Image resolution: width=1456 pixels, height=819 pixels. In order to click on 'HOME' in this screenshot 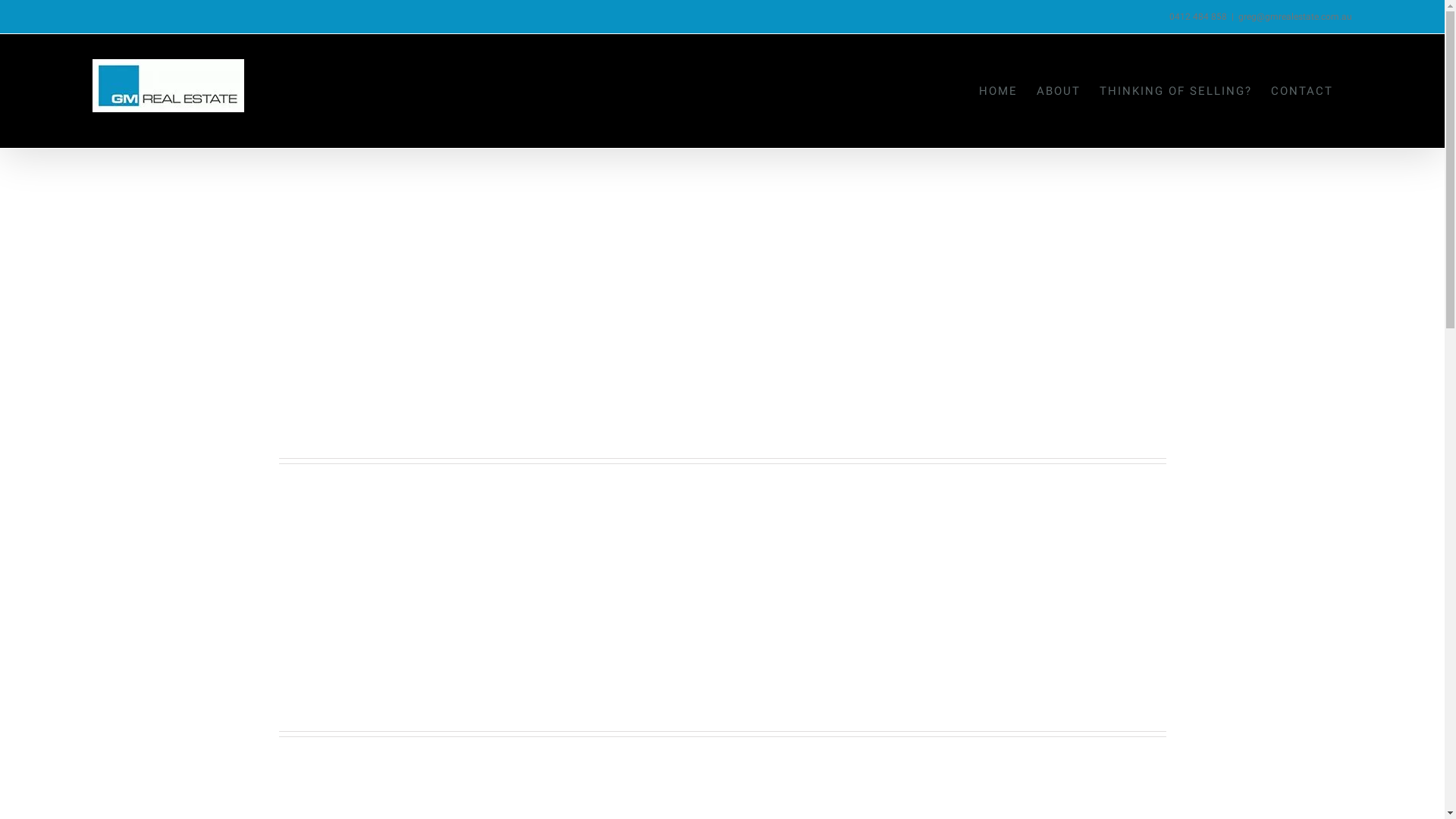, I will do `click(998, 90)`.